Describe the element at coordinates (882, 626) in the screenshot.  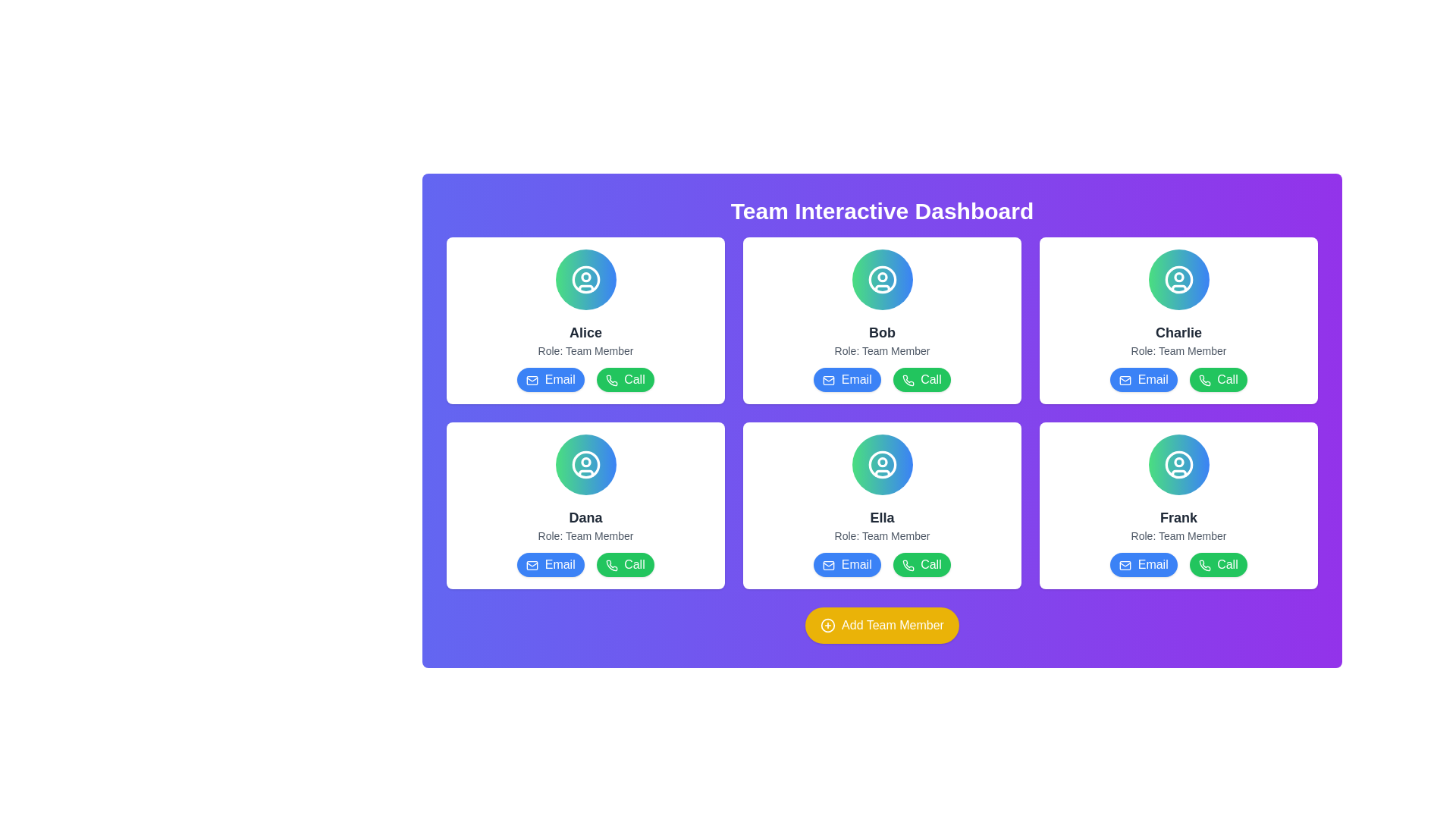
I see `the button that allows users to add a new team member to the dashboard` at that location.